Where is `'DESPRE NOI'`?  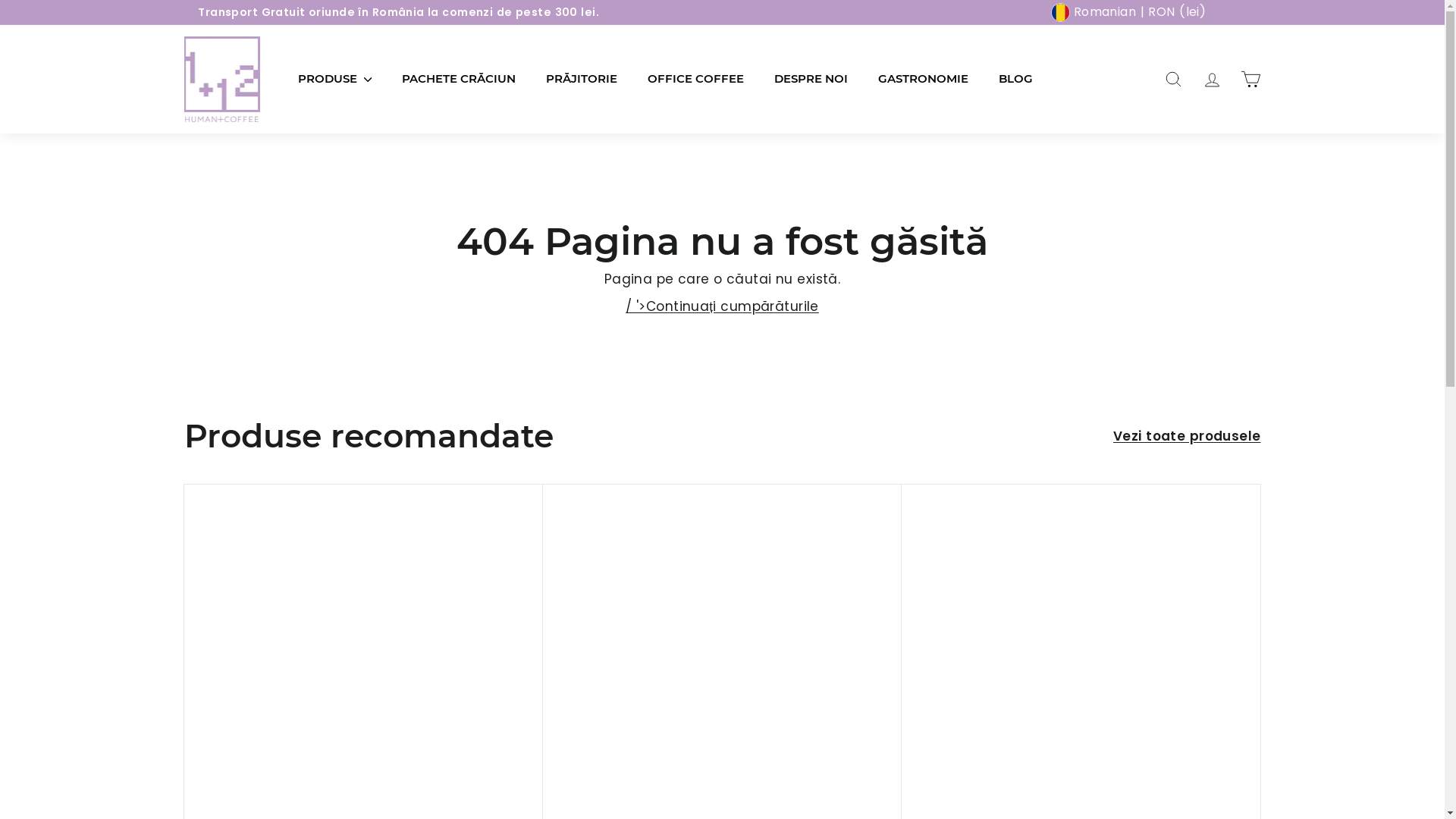 'DESPRE NOI' is located at coordinates (809, 79).